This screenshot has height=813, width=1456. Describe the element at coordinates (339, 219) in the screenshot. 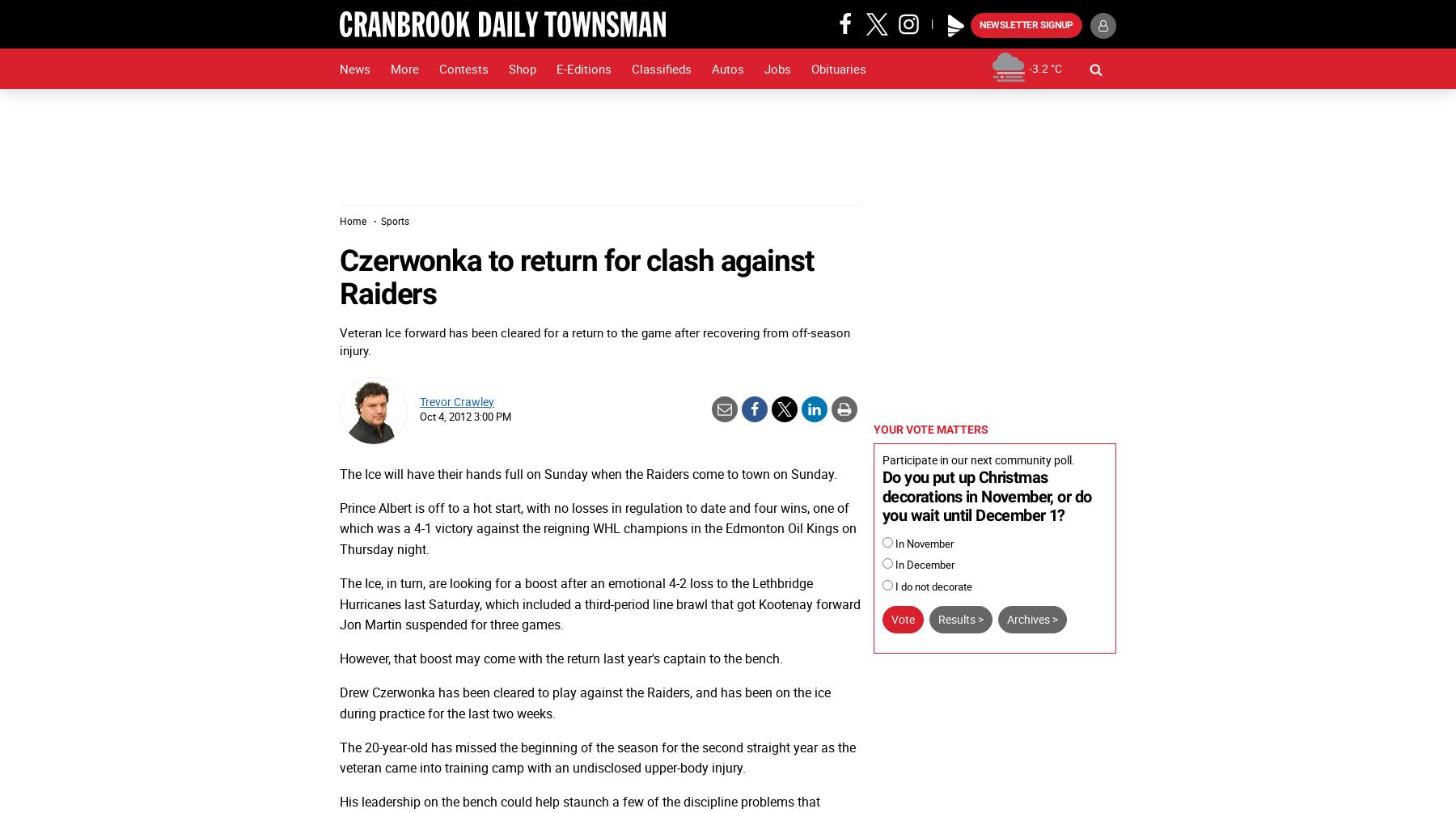

I see `'Home'` at that location.